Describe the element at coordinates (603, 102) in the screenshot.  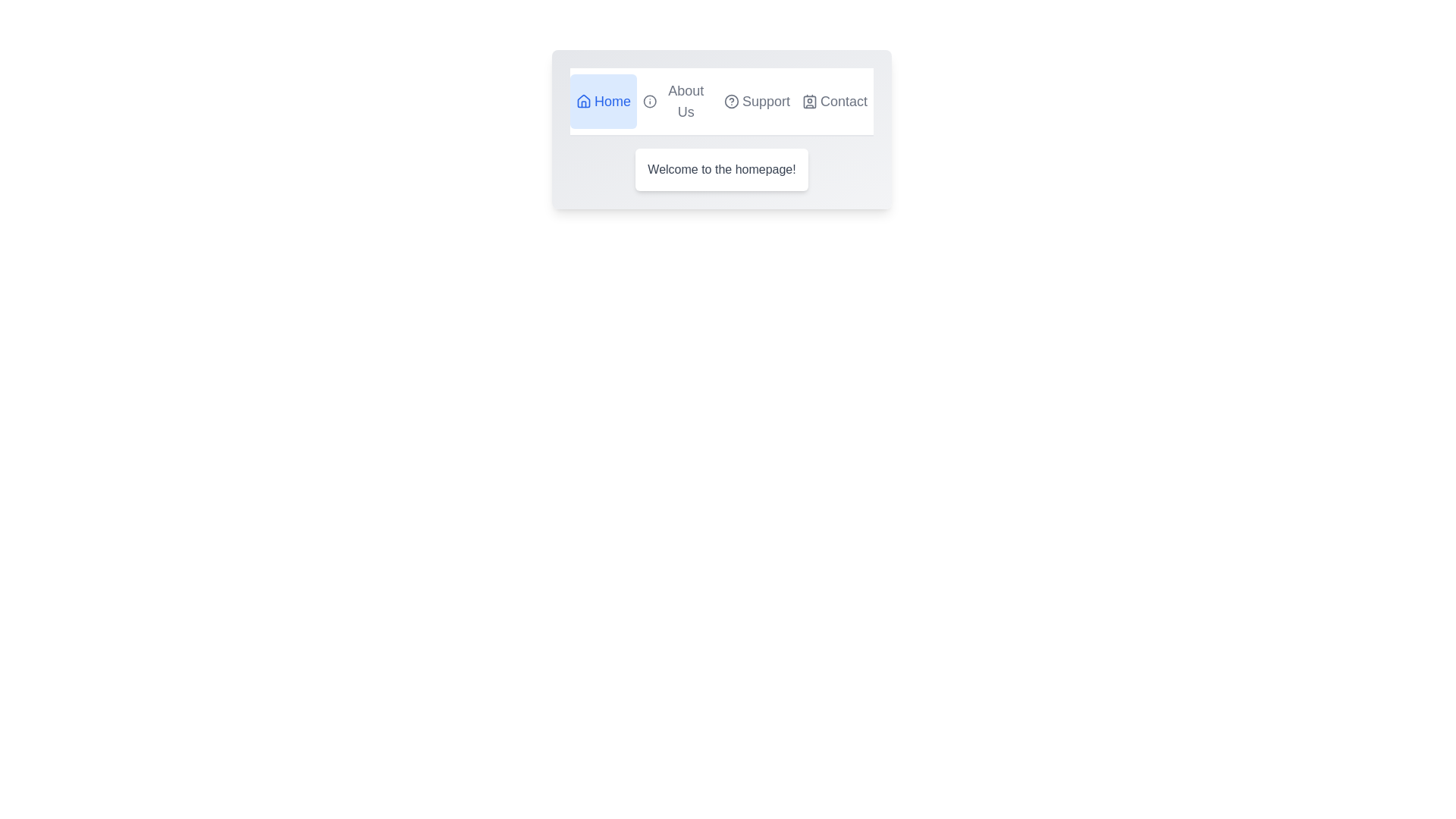
I see `the tab labeled Home to switch to its view` at that location.